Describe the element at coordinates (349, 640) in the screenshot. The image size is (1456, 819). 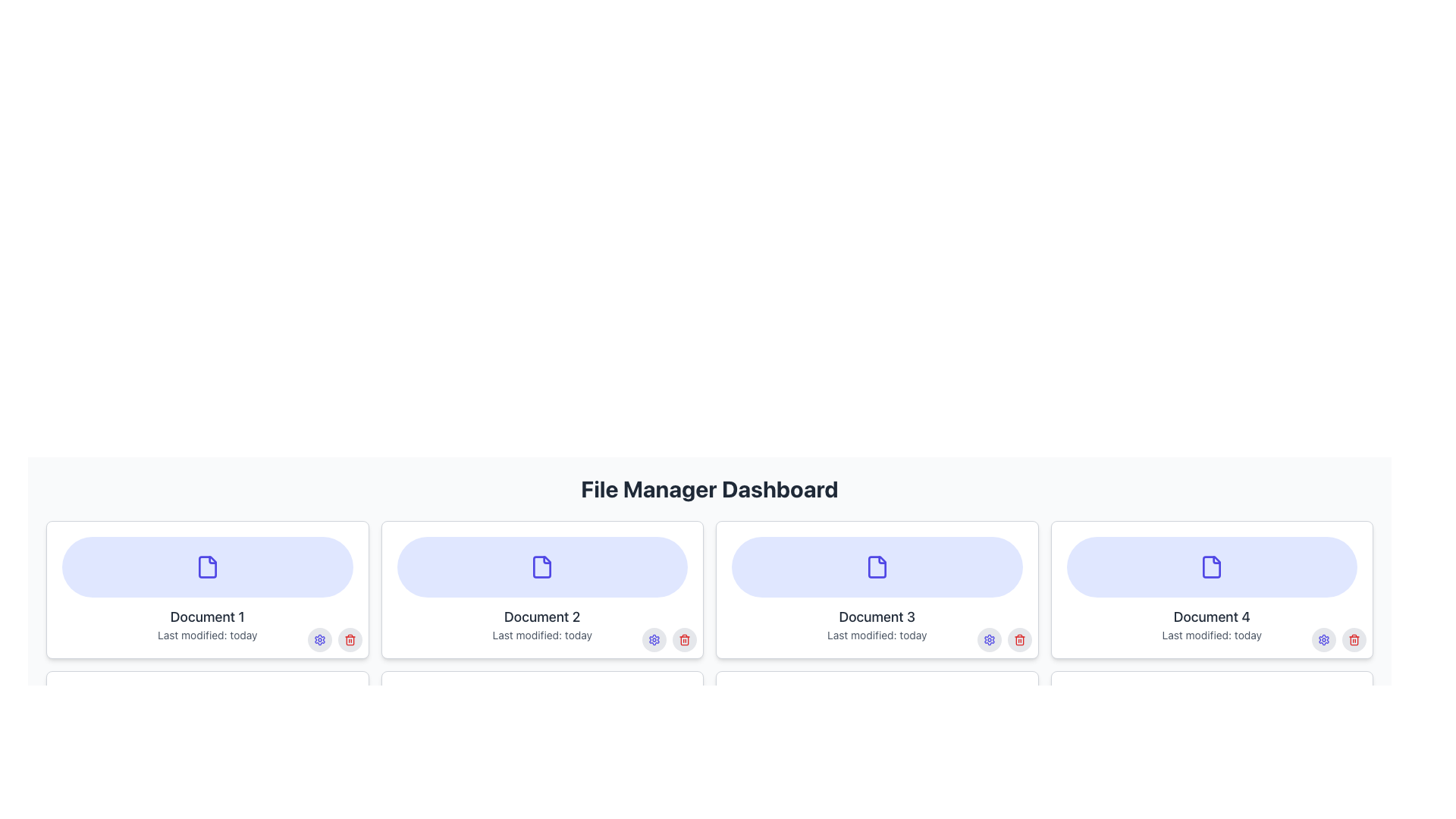
I see `the delete Icon Button located in the lower right corner of the card labeled 'Document 1'` at that location.